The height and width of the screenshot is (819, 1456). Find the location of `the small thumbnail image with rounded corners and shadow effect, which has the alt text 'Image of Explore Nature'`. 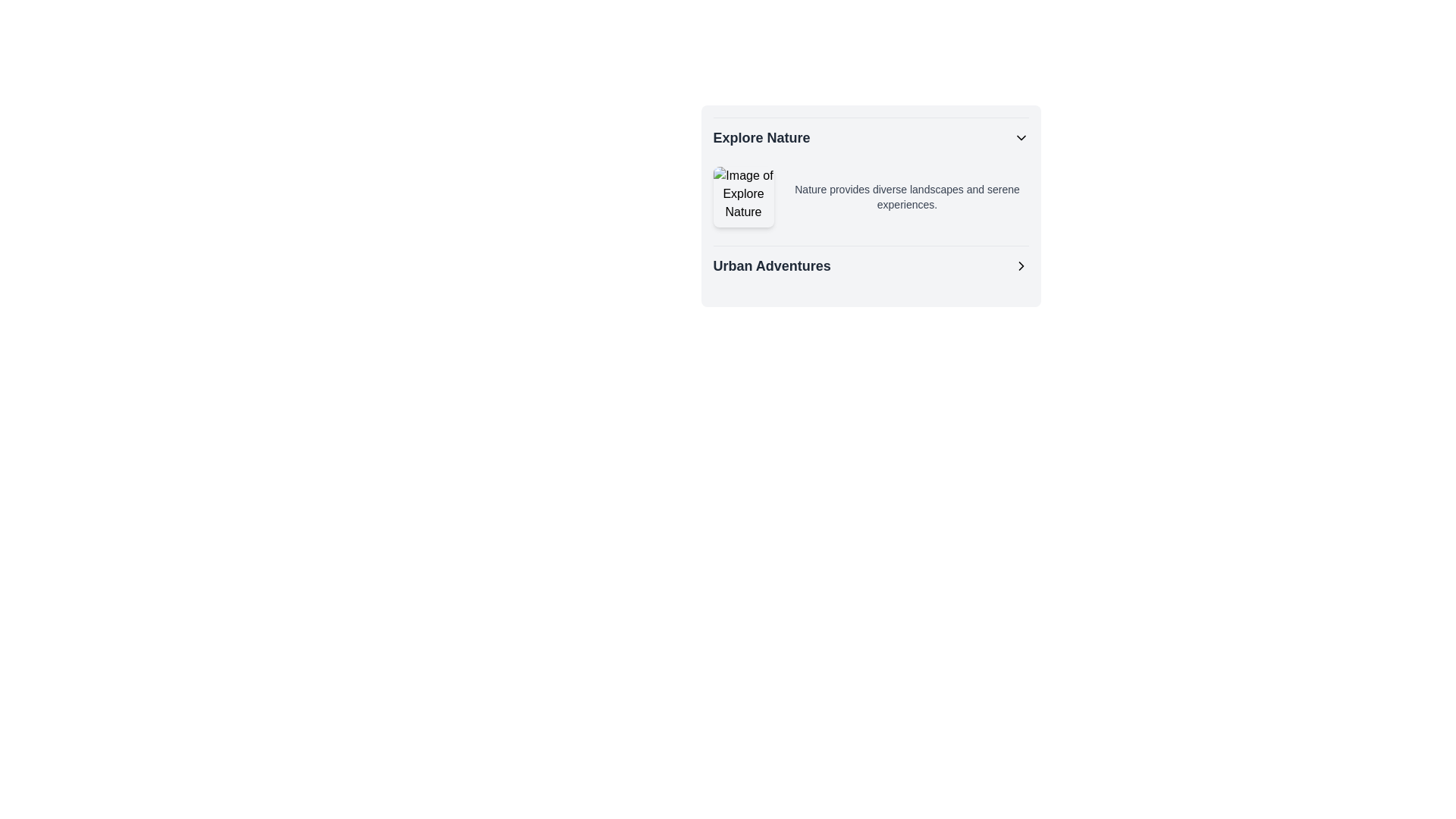

the small thumbnail image with rounded corners and shadow effect, which has the alt text 'Image of Explore Nature' is located at coordinates (743, 196).